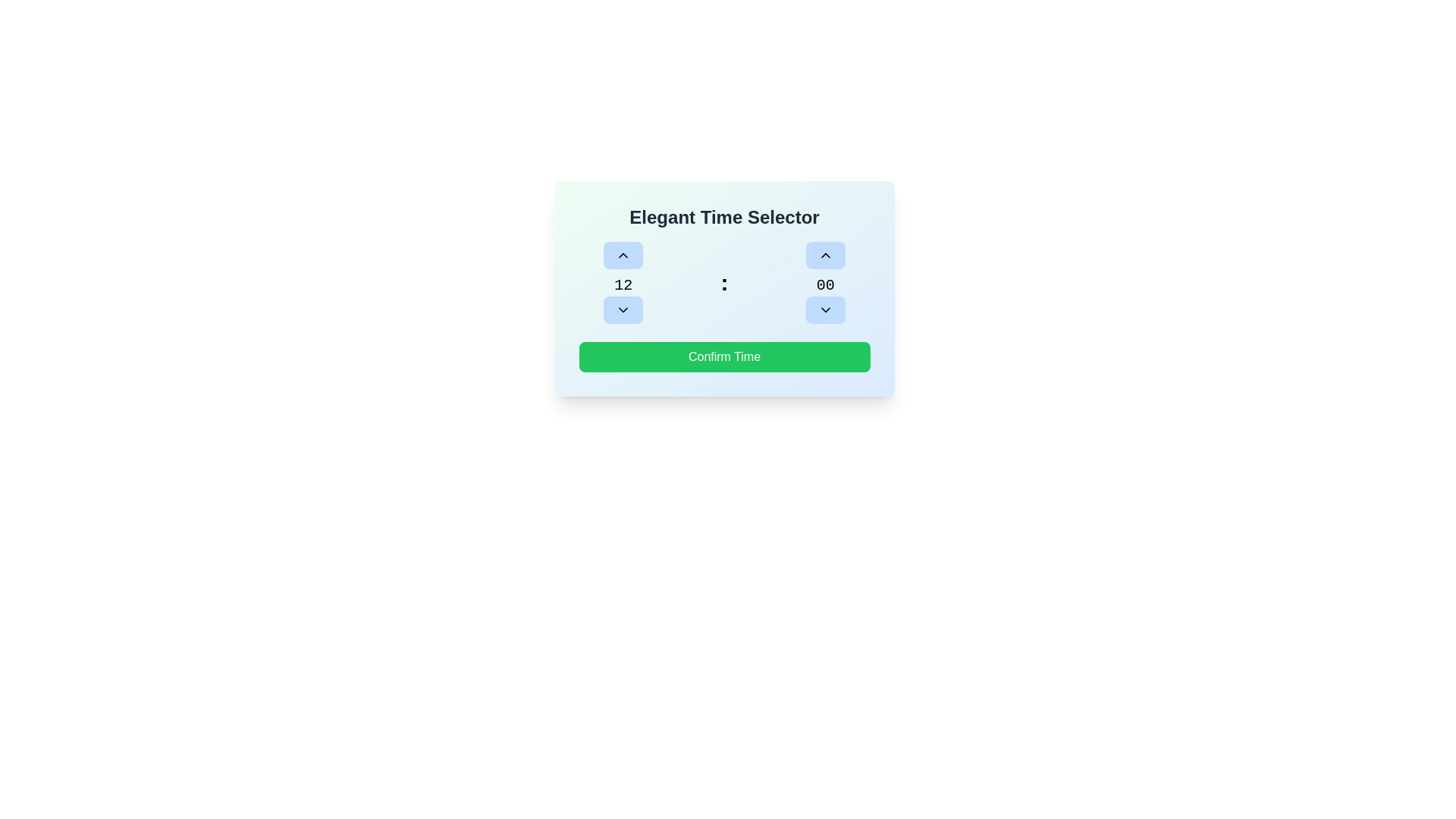 Image resolution: width=1456 pixels, height=819 pixels. Describe the element at coordinates (723, 289) in the screenshot. I see `the time selector component that includes a title, adjustable time display, and a 'Confirm Time' button` at that location.